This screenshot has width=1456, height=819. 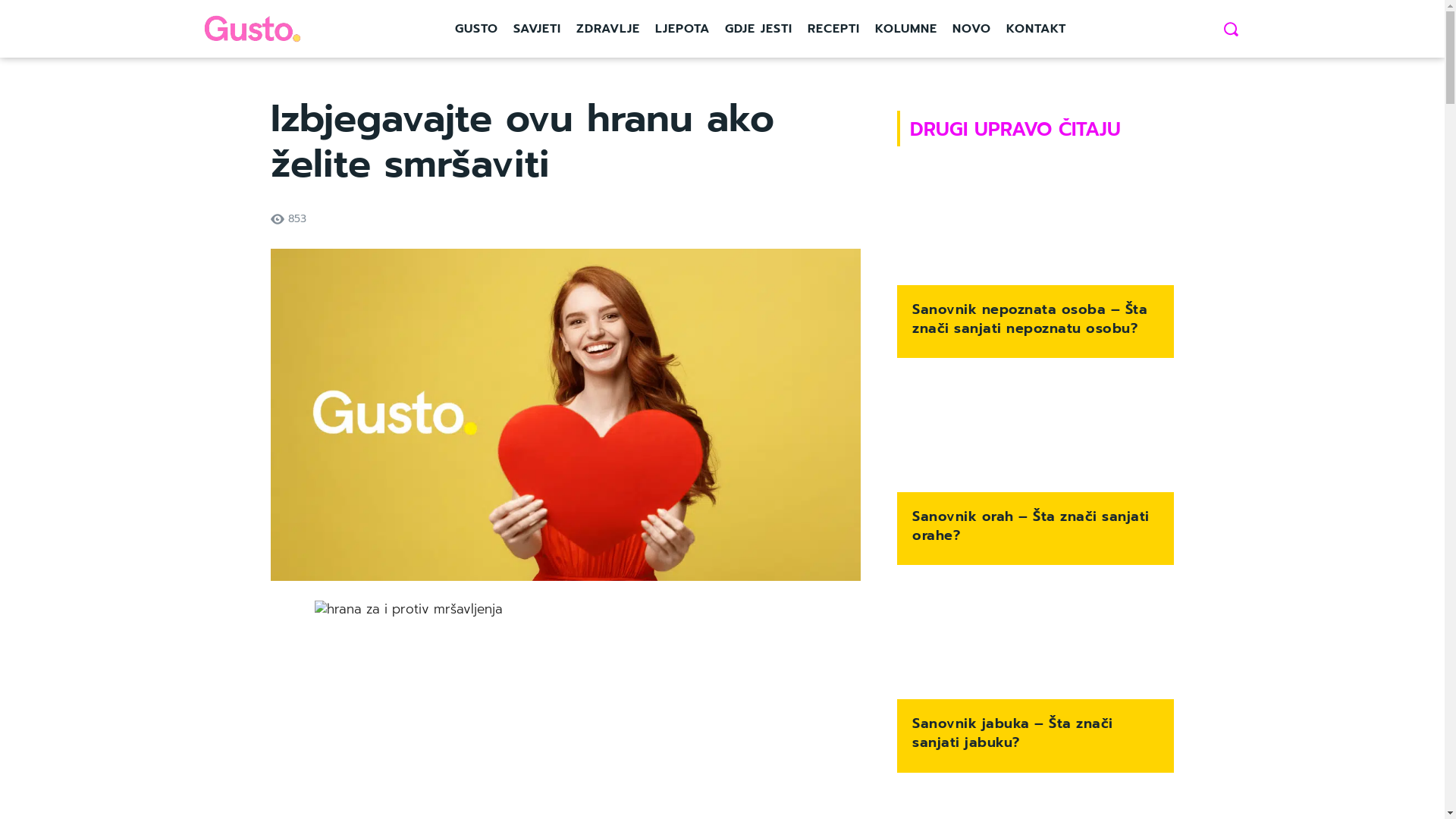 I want to click on 'LJEPOTA', so click(x=682, y=29).